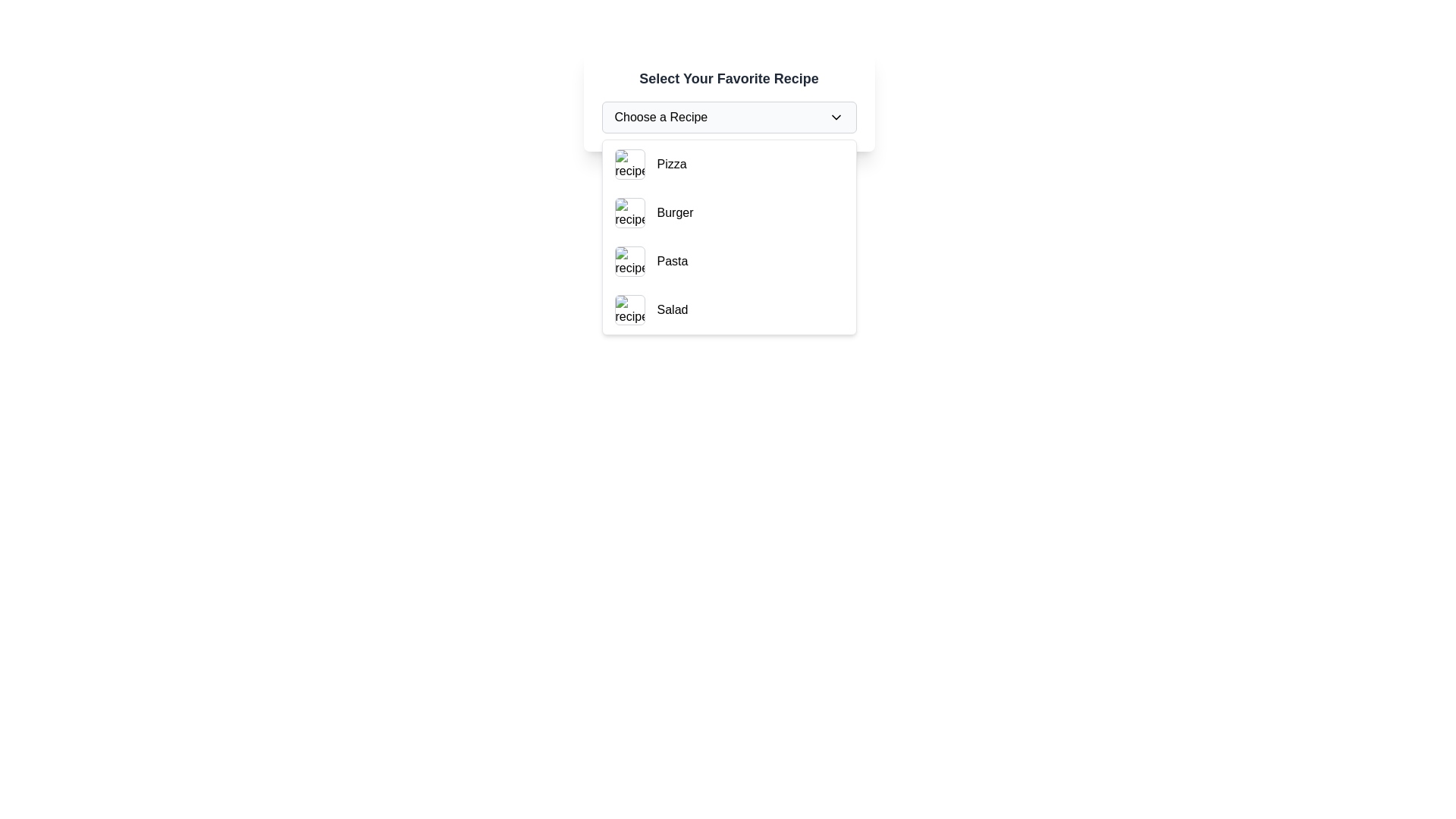 The height and width of the screenshot is (819, 1456). What do you see at coordinates (674, 213) in the screenshot?
I see `the 'Burger' label in the dropdown menu` at bounding box center [674, 213].